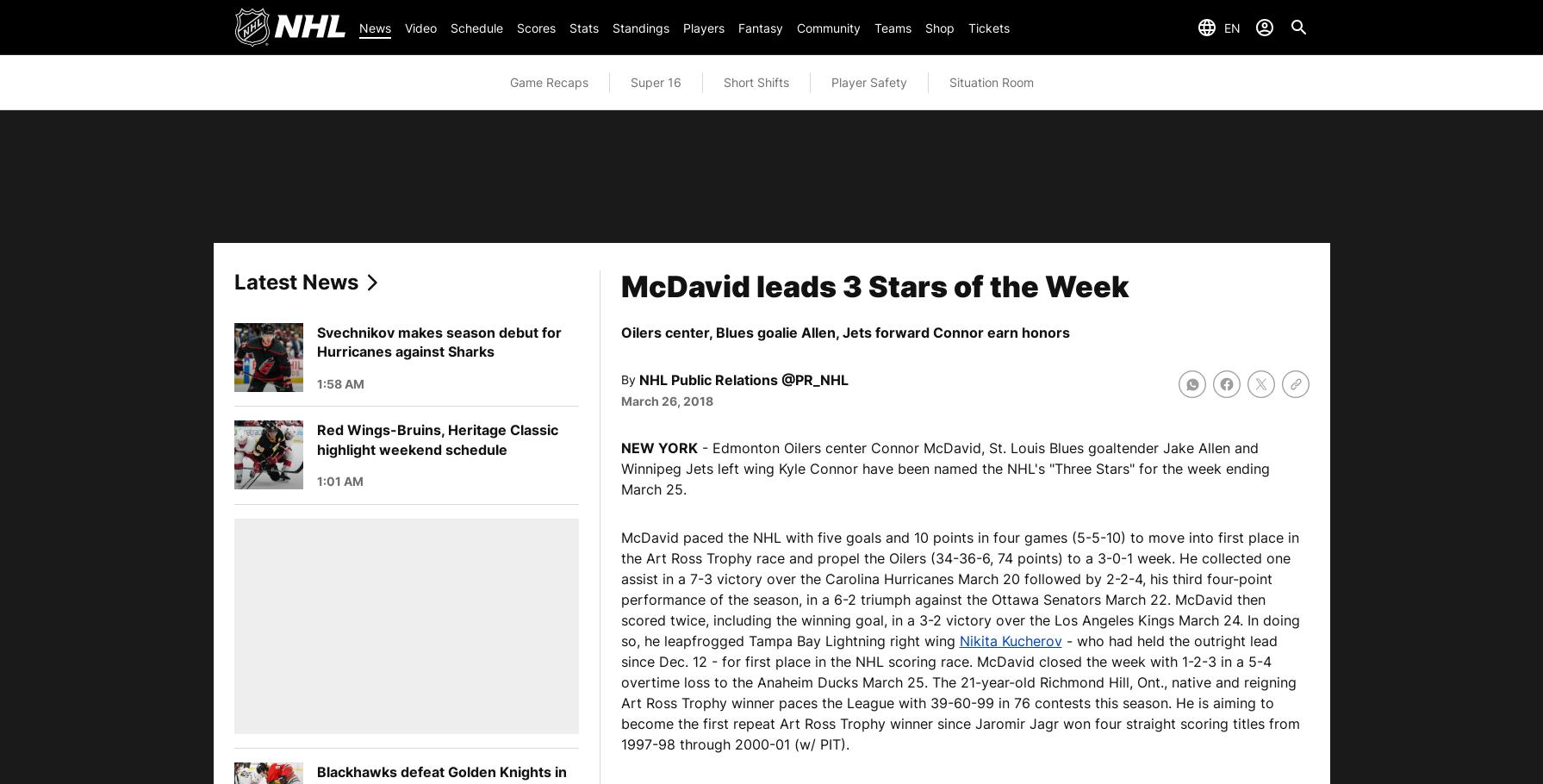 This screenshot has height=784, width=1543. I want to click on 'Standings', so click(640, 26).